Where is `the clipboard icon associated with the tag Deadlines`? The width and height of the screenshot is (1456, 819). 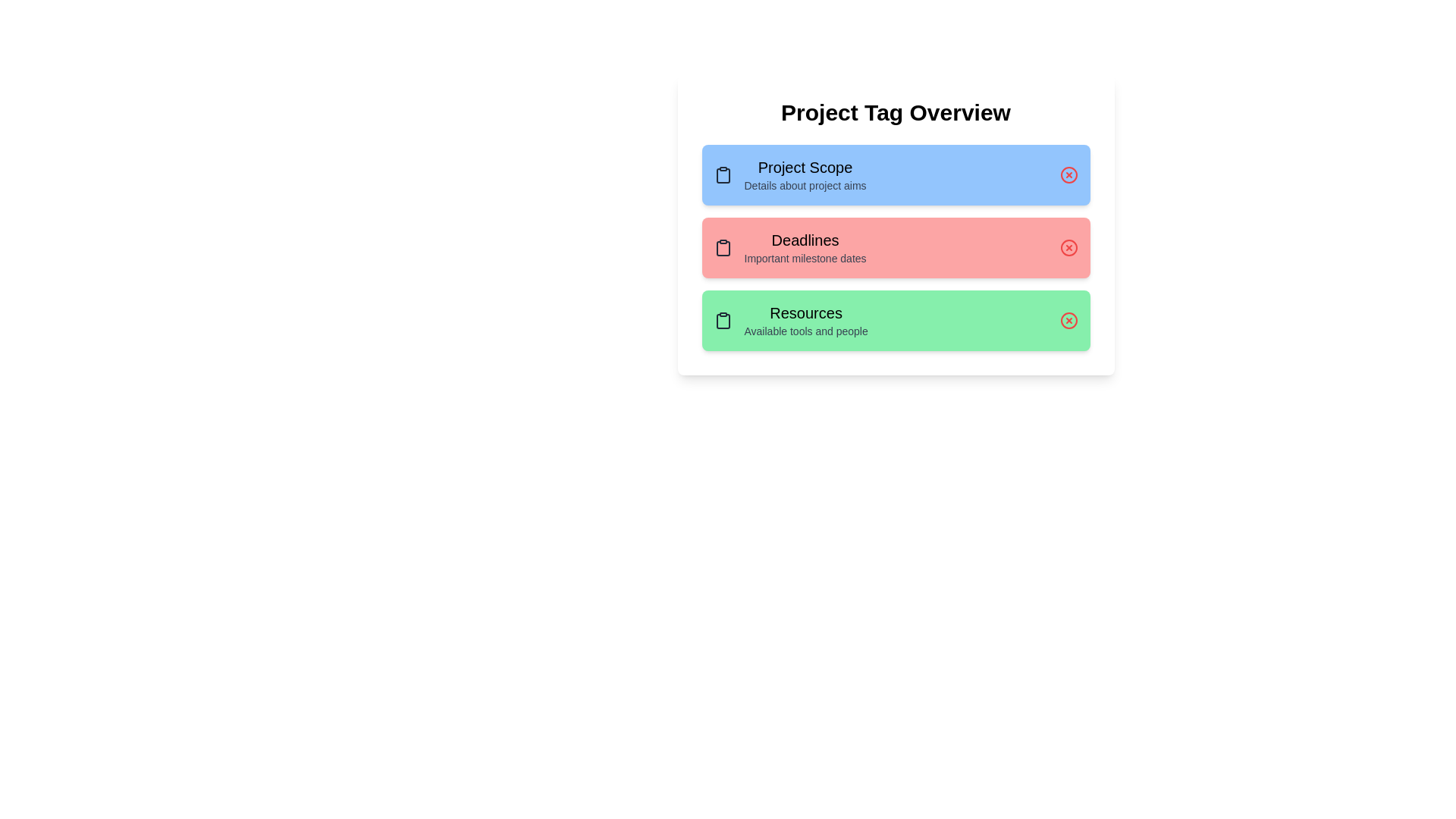 the clipboard icon associated with the tag Deadlines is located at coordinates (722, 247).